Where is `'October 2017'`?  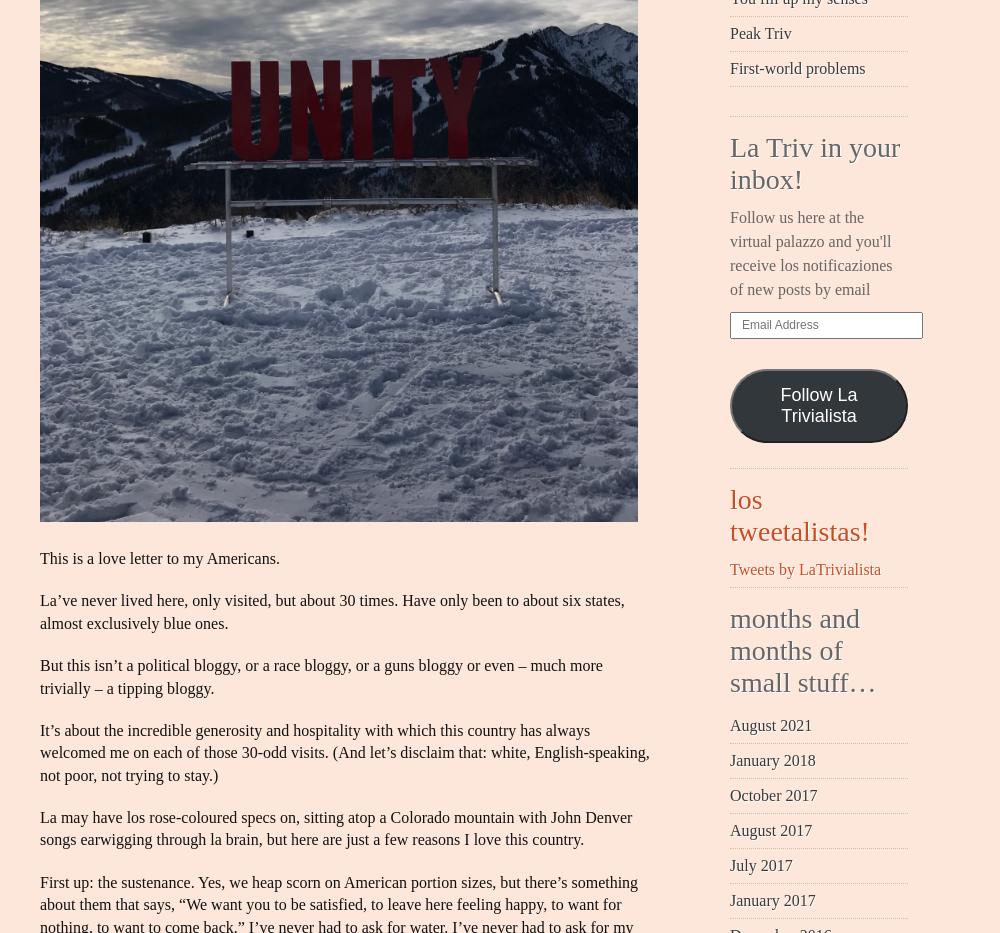 'October 2017' is located at coordinates (729, 794).